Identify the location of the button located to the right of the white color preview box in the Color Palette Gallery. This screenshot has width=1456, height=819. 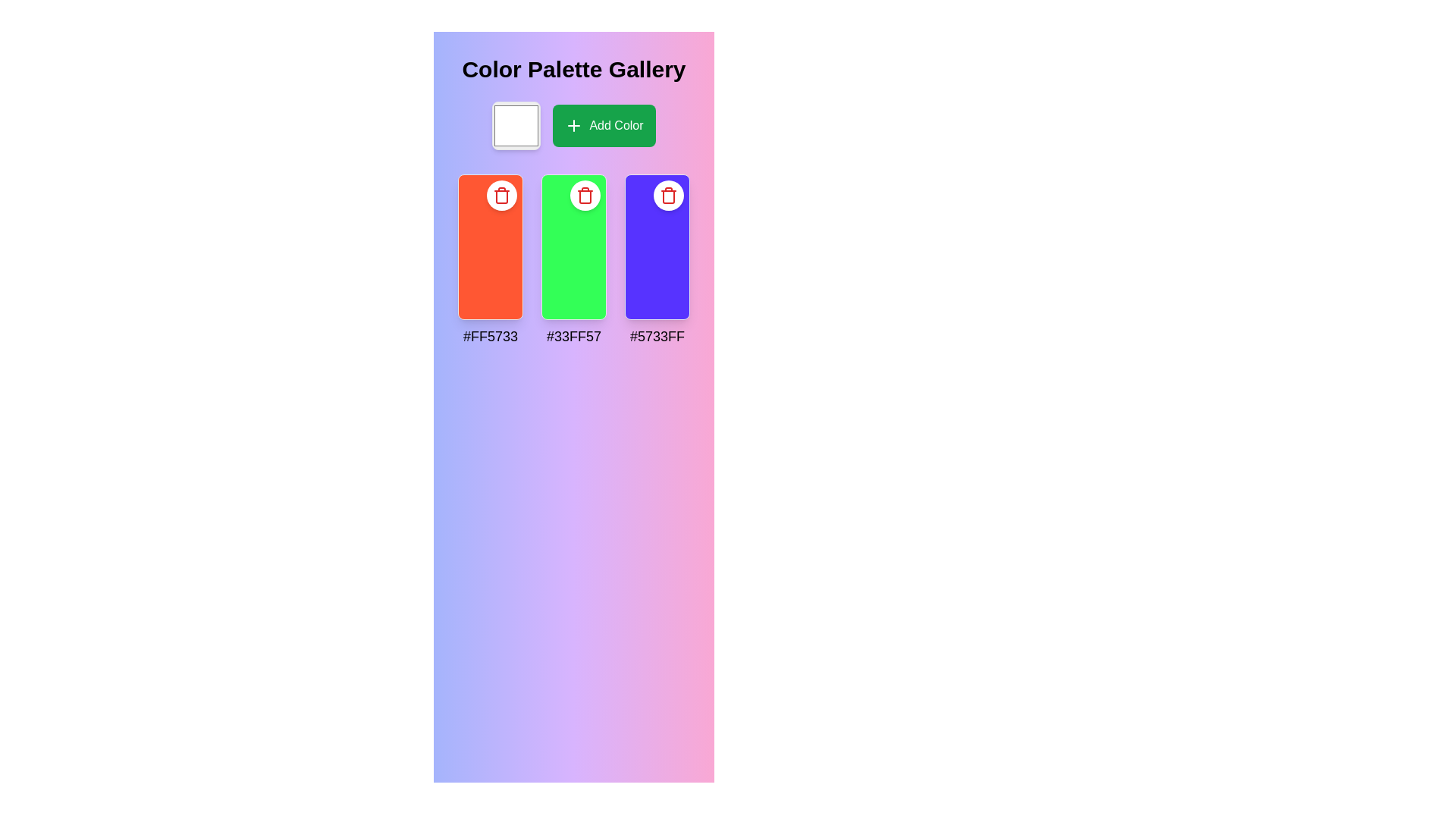
(573, 124).